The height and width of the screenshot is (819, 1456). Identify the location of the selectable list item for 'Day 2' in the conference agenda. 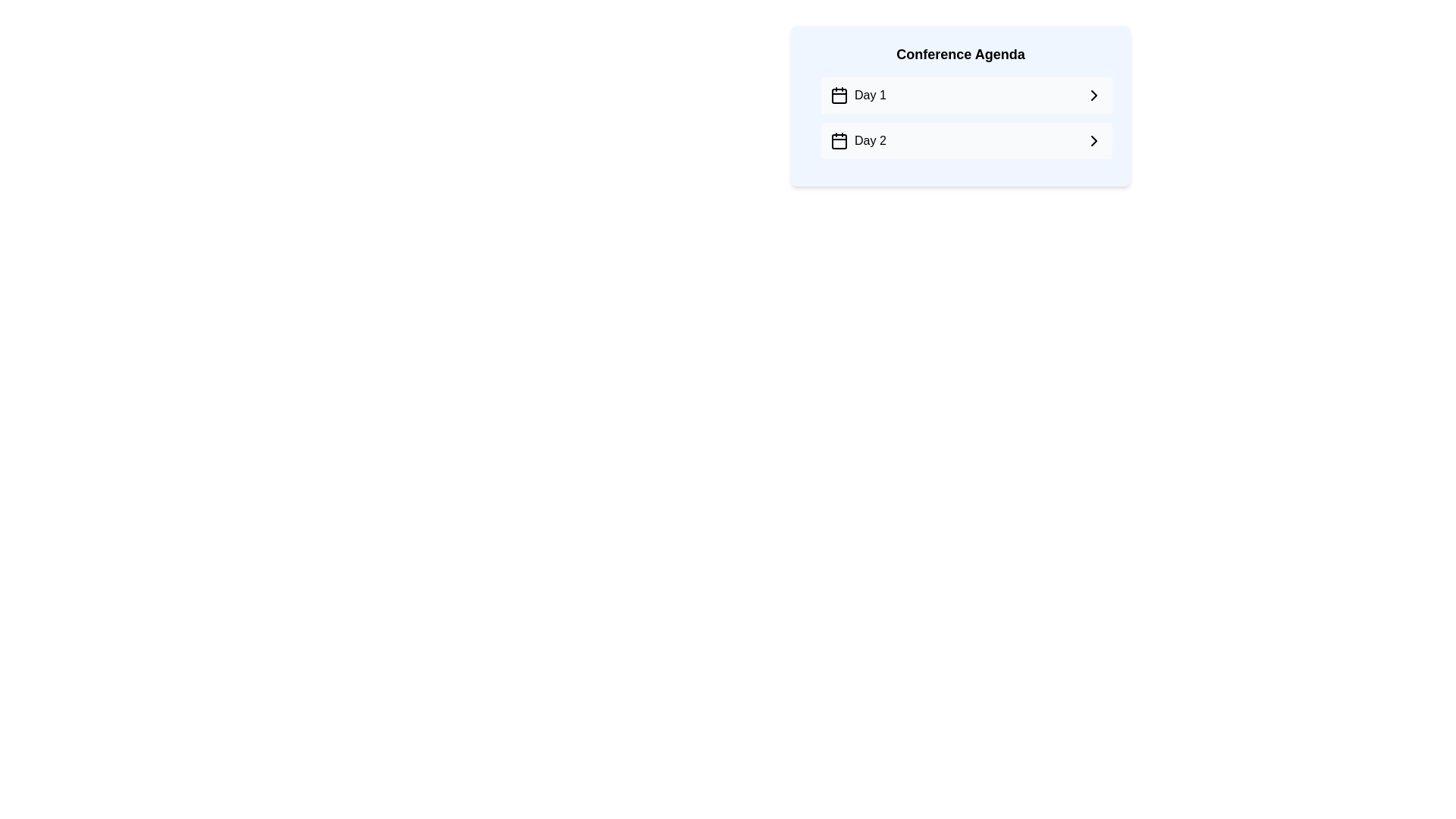
(966, 140).